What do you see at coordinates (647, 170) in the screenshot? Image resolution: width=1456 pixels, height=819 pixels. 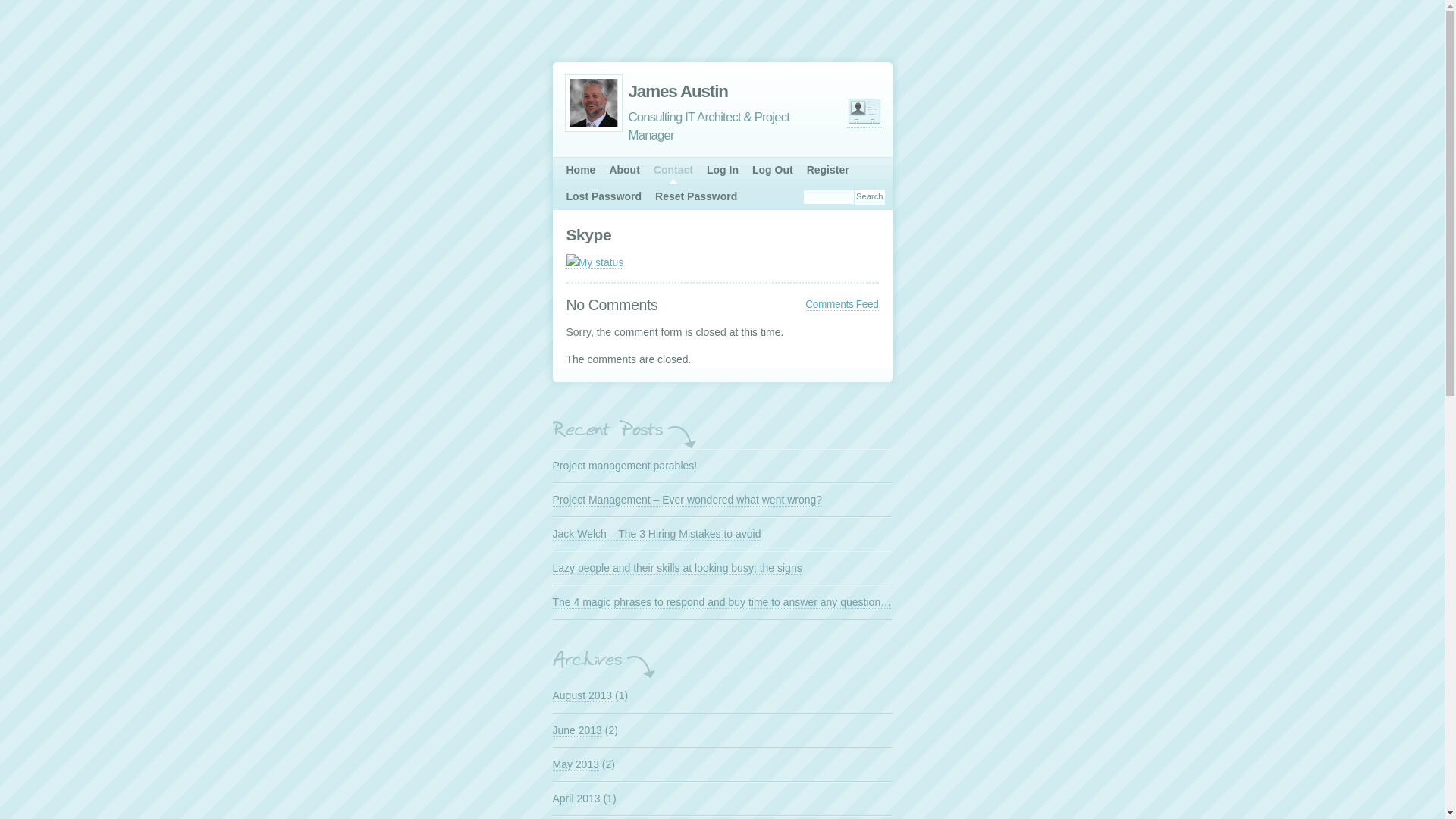 I see `'Contact'` at bounding box center [647, 170].